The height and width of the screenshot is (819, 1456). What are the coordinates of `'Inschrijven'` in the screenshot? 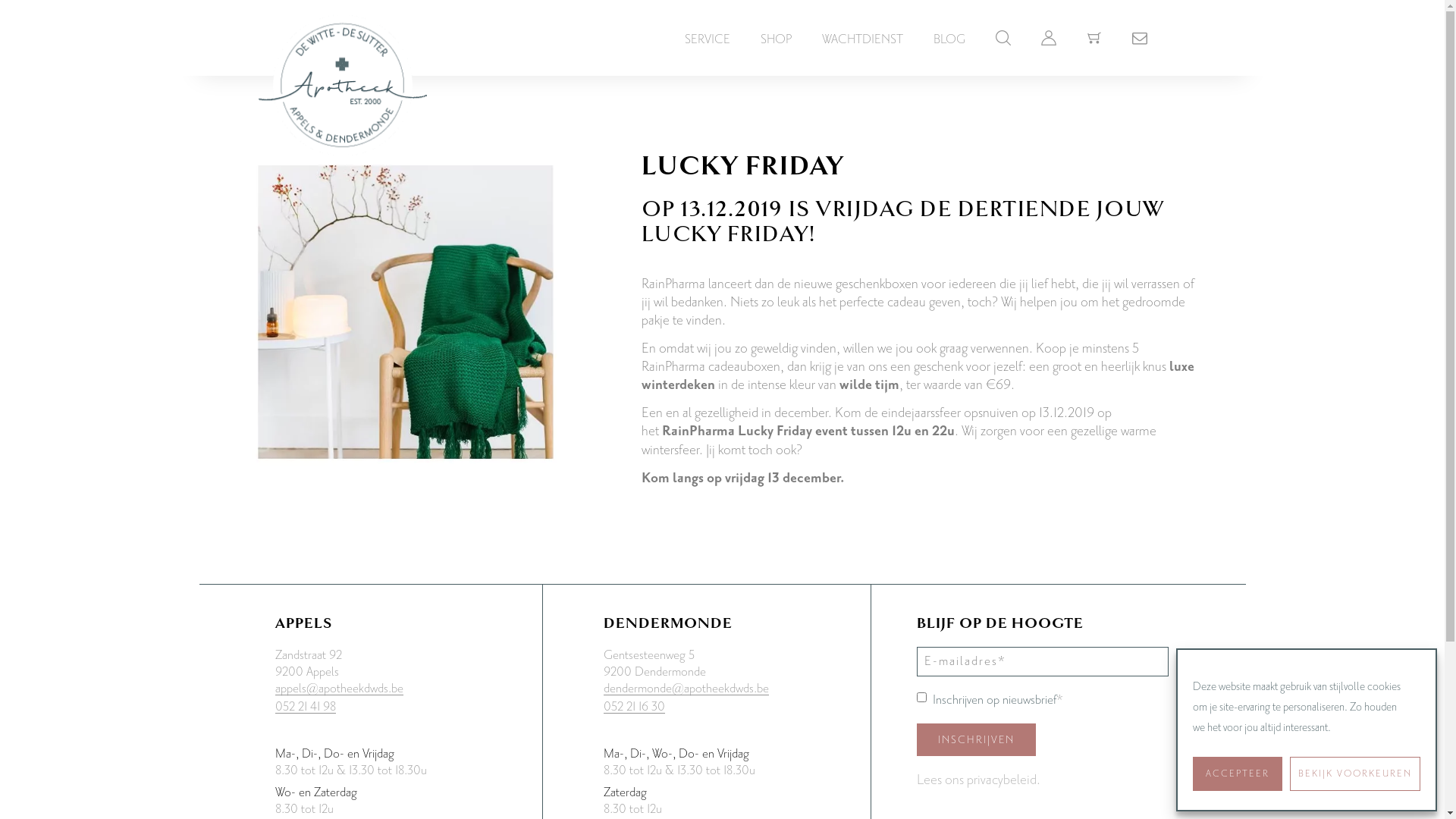 It's located at (976, 739).